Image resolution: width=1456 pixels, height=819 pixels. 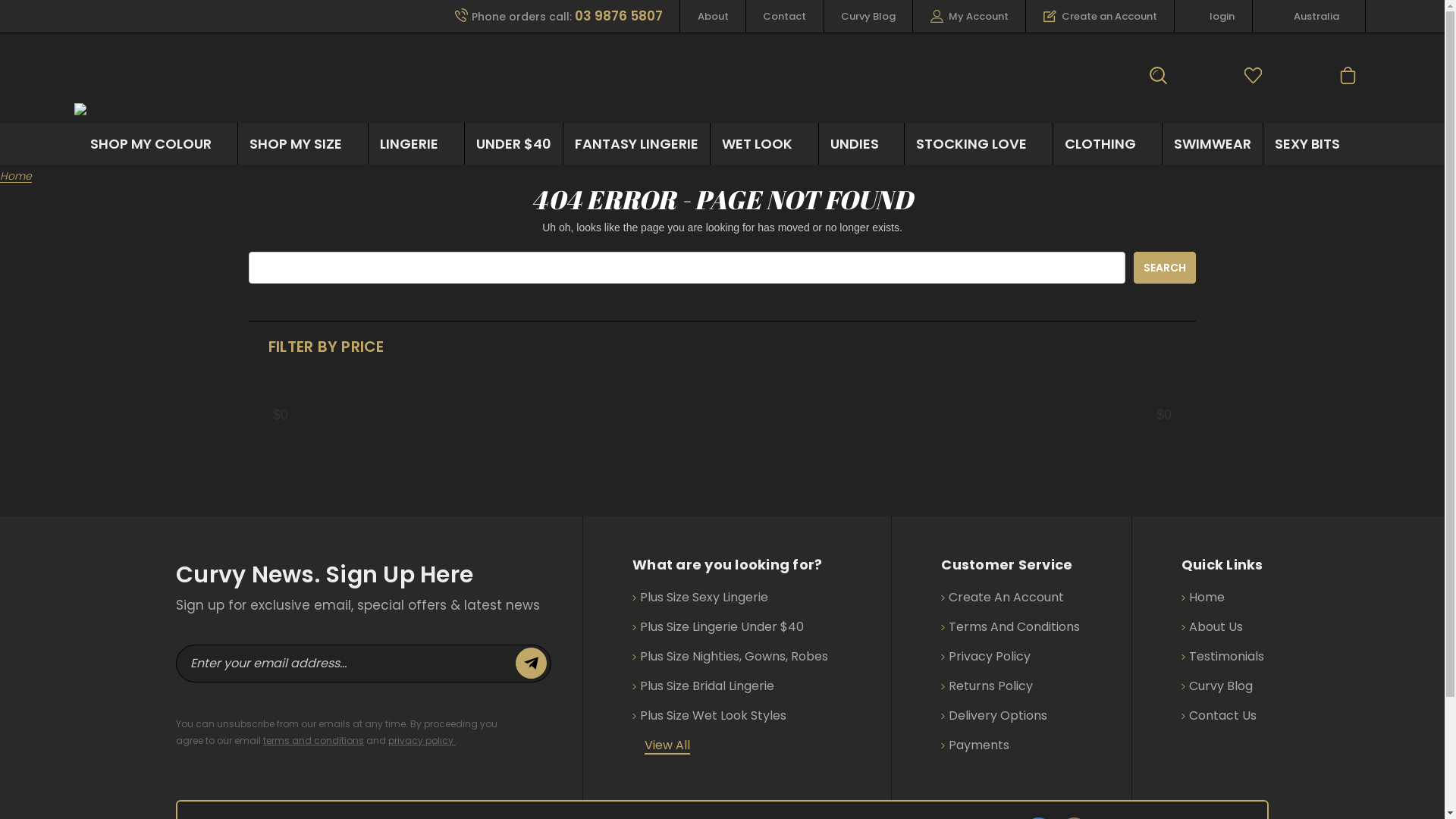 I want to click on 'Home', so click(x=15, y=174).